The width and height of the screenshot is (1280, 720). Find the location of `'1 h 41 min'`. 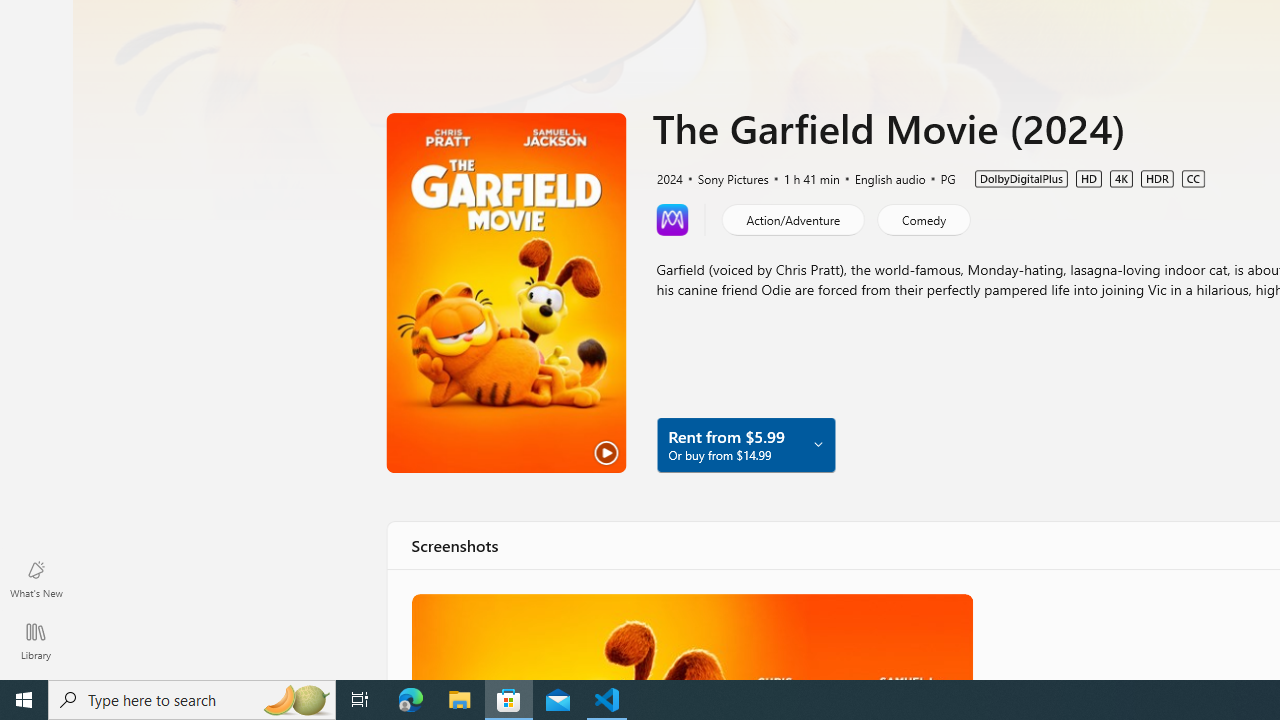

'1 h 41 min' is located at coordinates (803, 177).